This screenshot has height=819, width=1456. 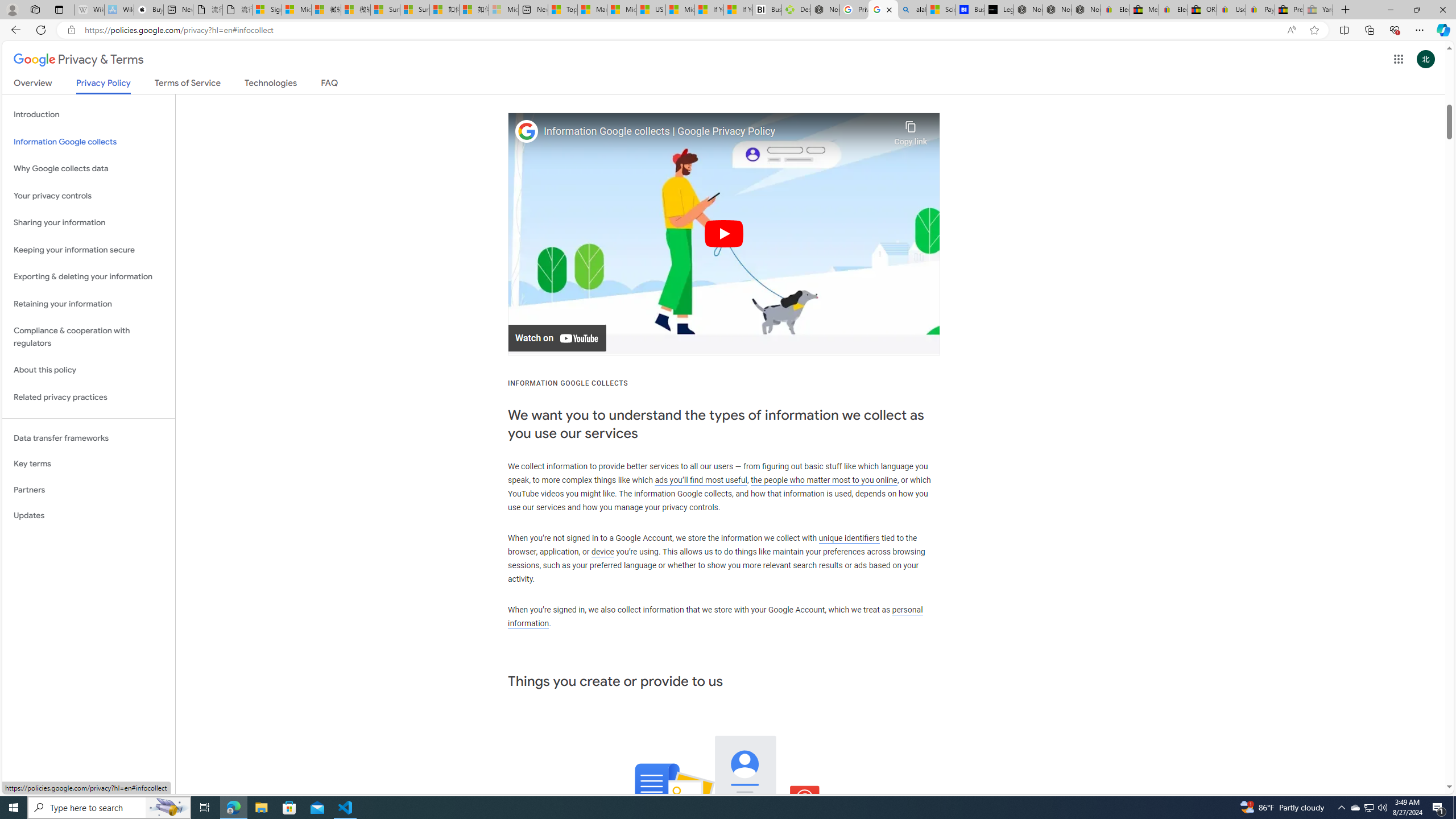 I want to click on 'Marine life - MSN', so click(x=591, y=9).